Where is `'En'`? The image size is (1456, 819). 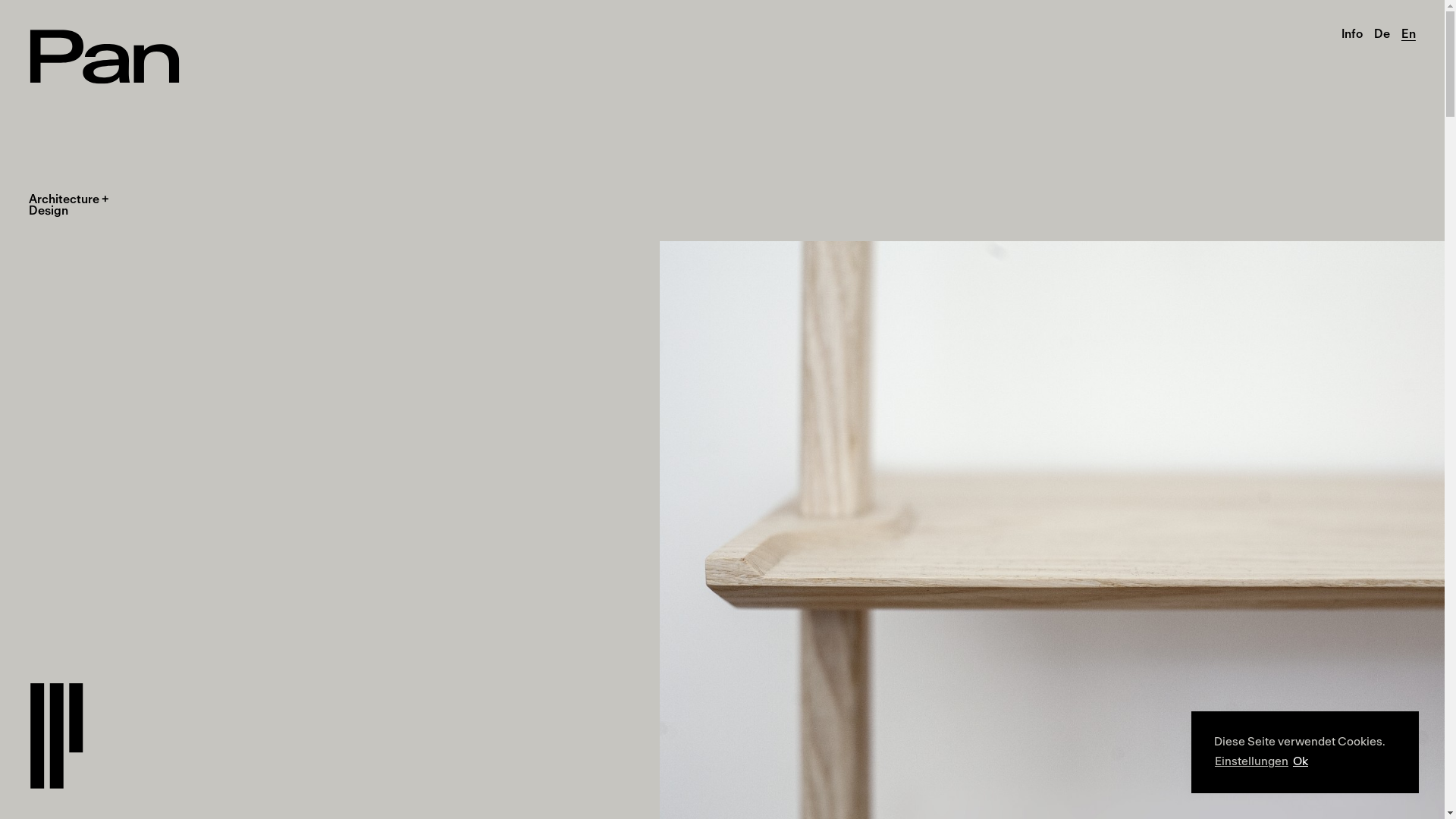 'En' is located at coordinates (1401, 34).